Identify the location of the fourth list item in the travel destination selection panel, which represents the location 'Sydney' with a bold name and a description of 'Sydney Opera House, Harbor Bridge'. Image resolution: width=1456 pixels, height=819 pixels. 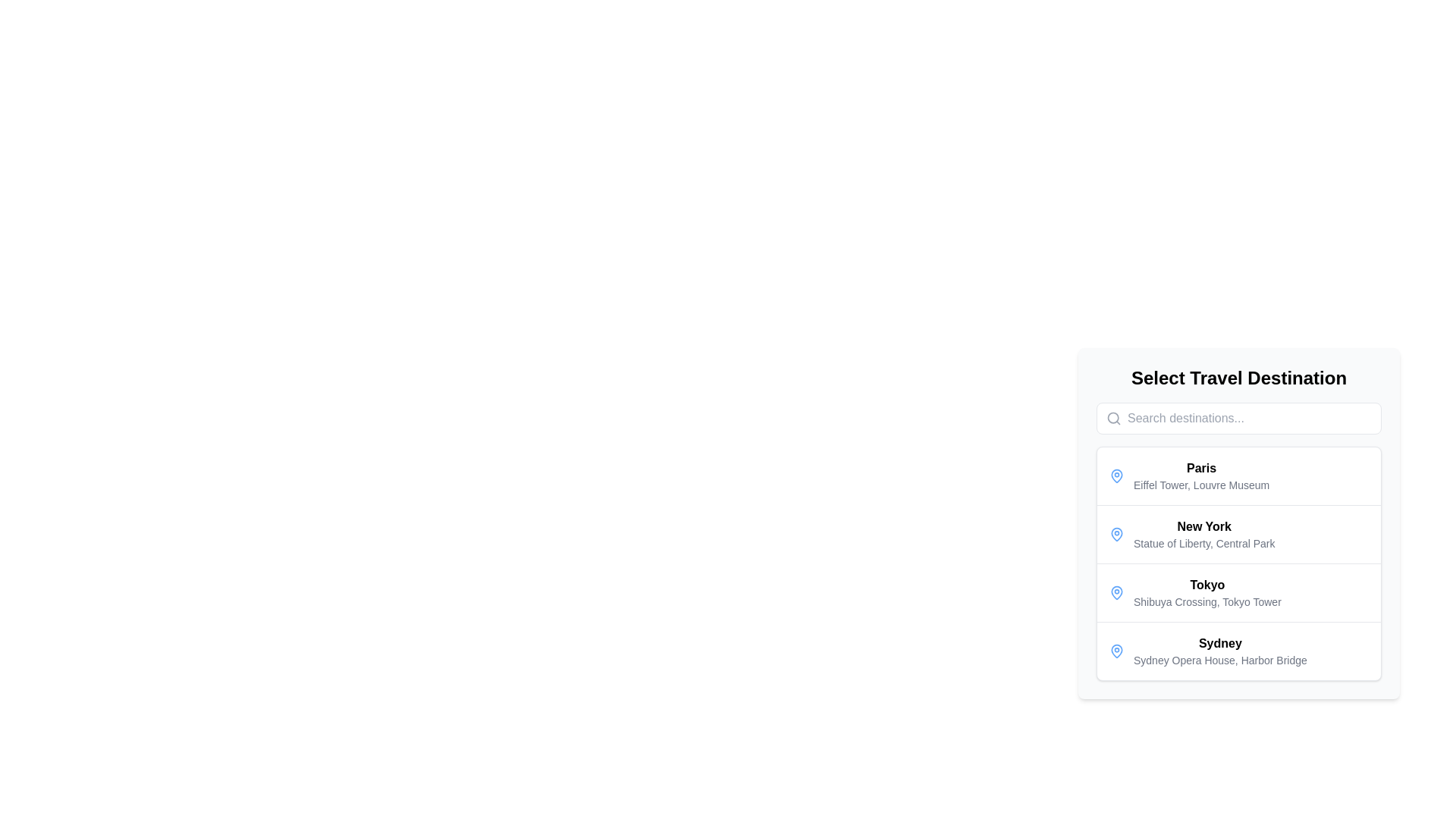
(1238, 651).